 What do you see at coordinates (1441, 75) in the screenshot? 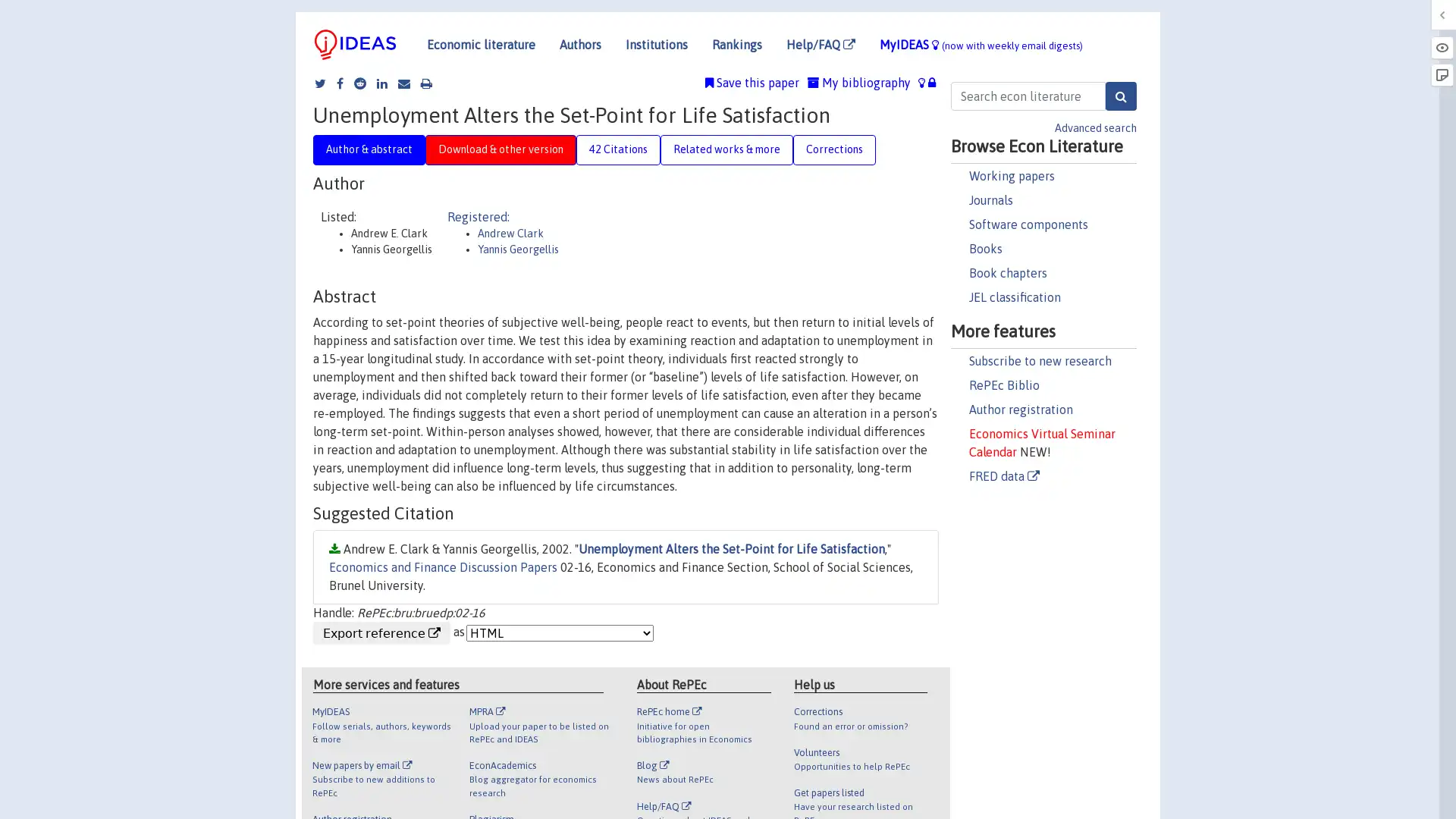
I see `New page note` at bounding box center [1441, 75].